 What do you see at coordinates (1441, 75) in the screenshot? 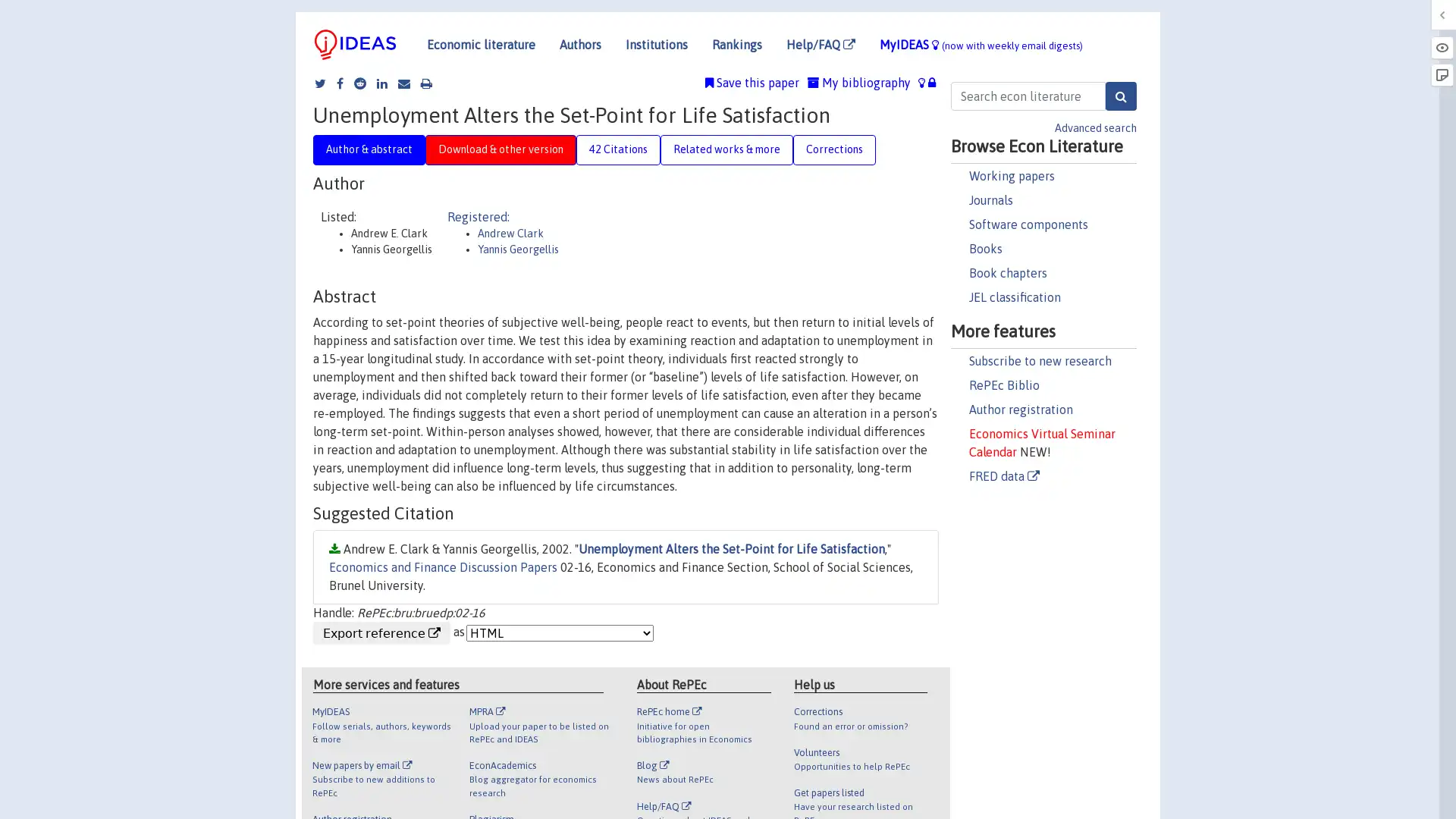
I see `New page note` at bounding box center [1441, 75].